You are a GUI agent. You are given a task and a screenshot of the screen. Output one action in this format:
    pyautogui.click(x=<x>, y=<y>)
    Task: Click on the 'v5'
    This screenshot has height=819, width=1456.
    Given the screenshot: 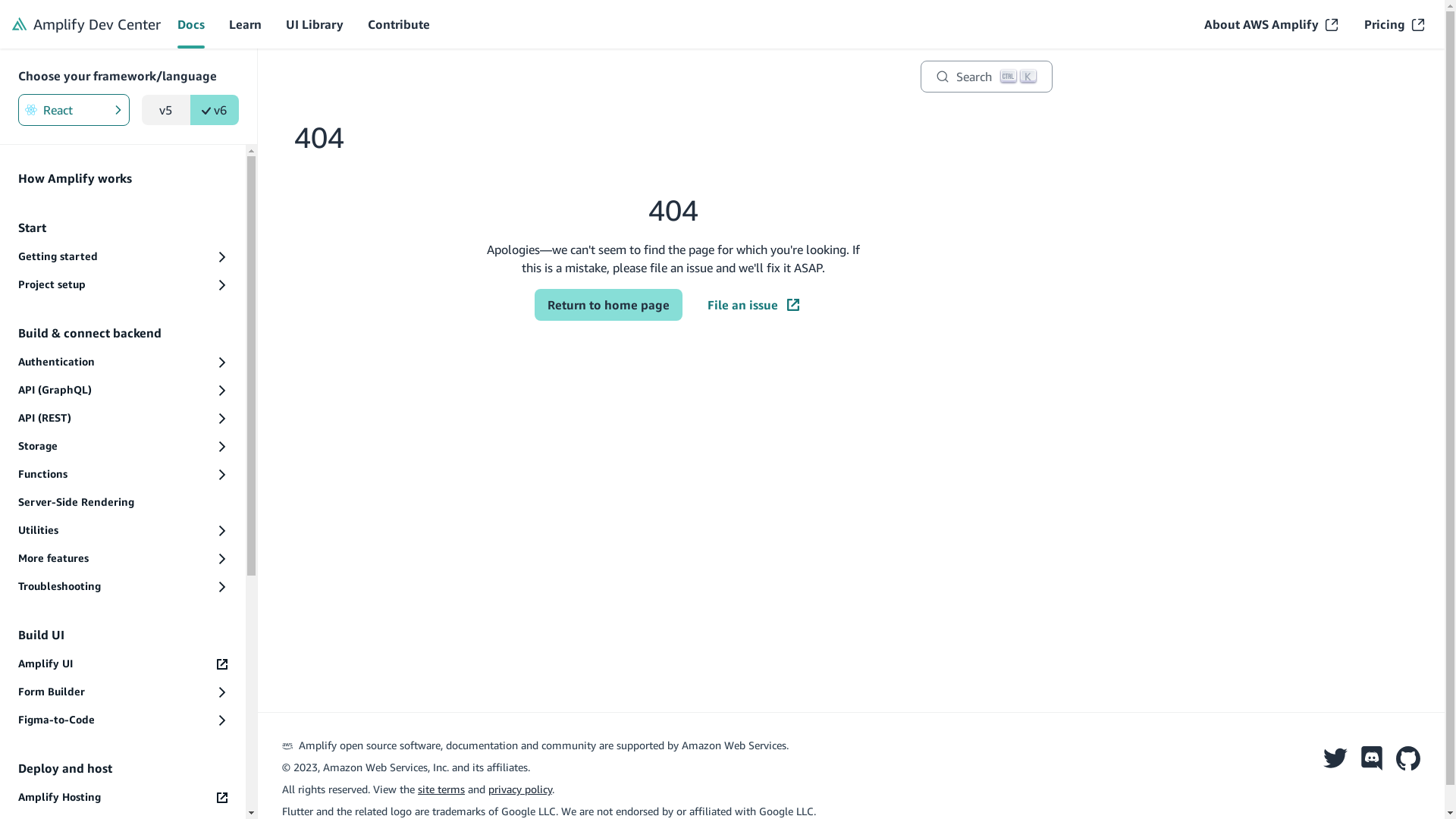 What is the action you would take?
    pyautogui.click(x=165, y=109)
    